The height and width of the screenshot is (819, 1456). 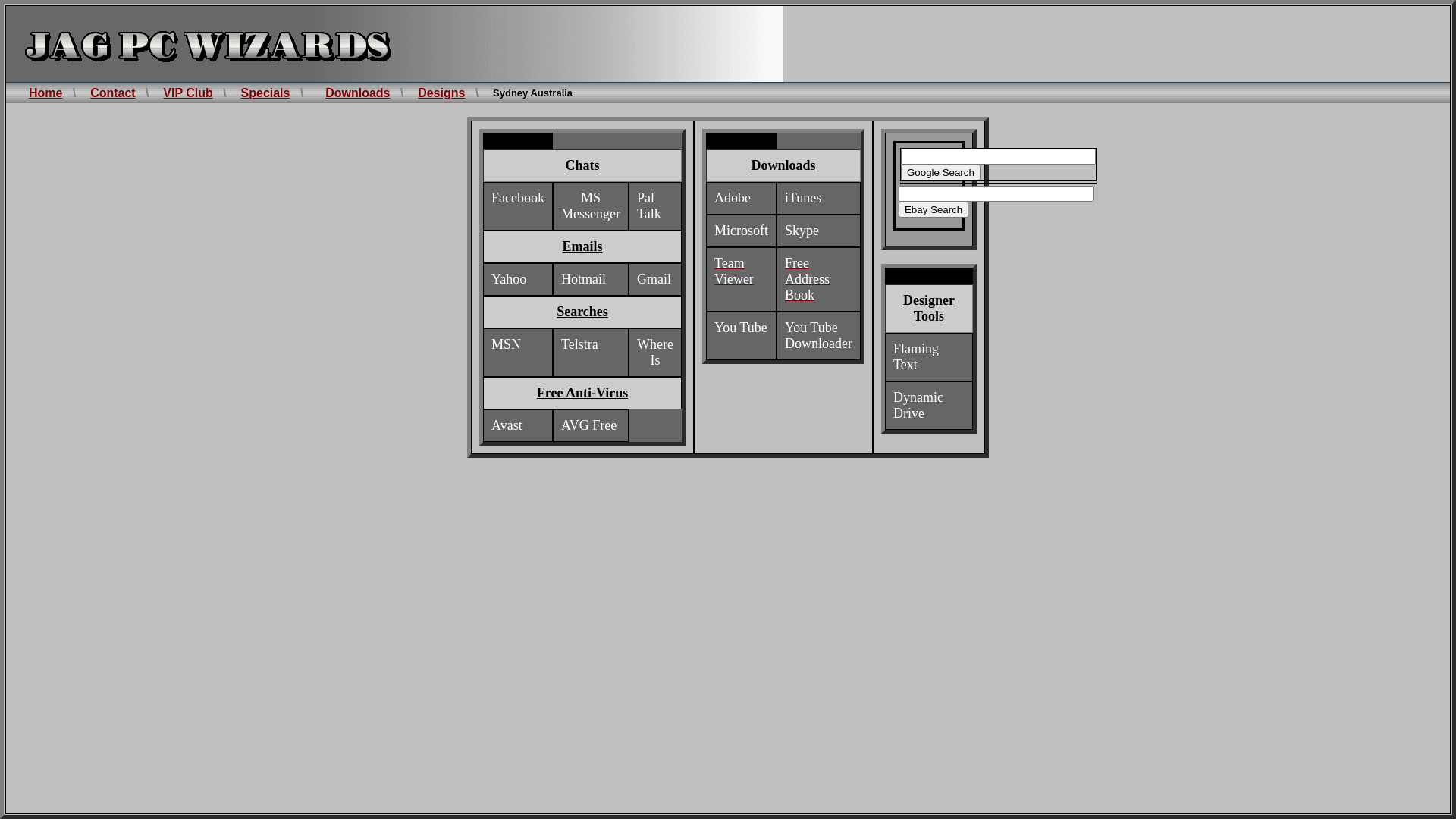 What do you see at coordinates (509, 279) in the screenshot?
I see `'Yahoo'` at bounding box center [509, 279].